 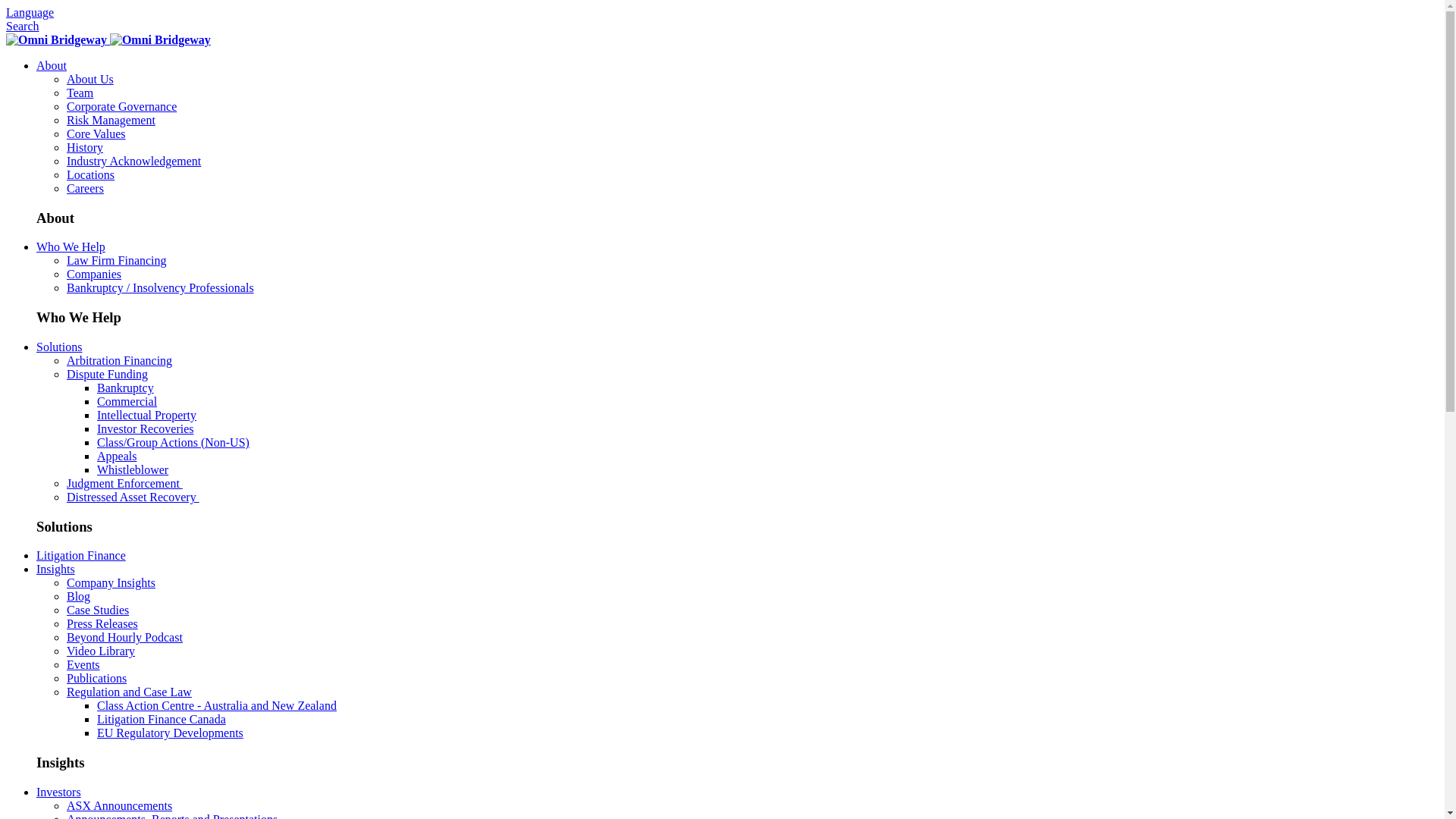 What do you see at coordinates (22, 26) in the screenshot?
I see `'Search'` at bounding box center [22, 26].